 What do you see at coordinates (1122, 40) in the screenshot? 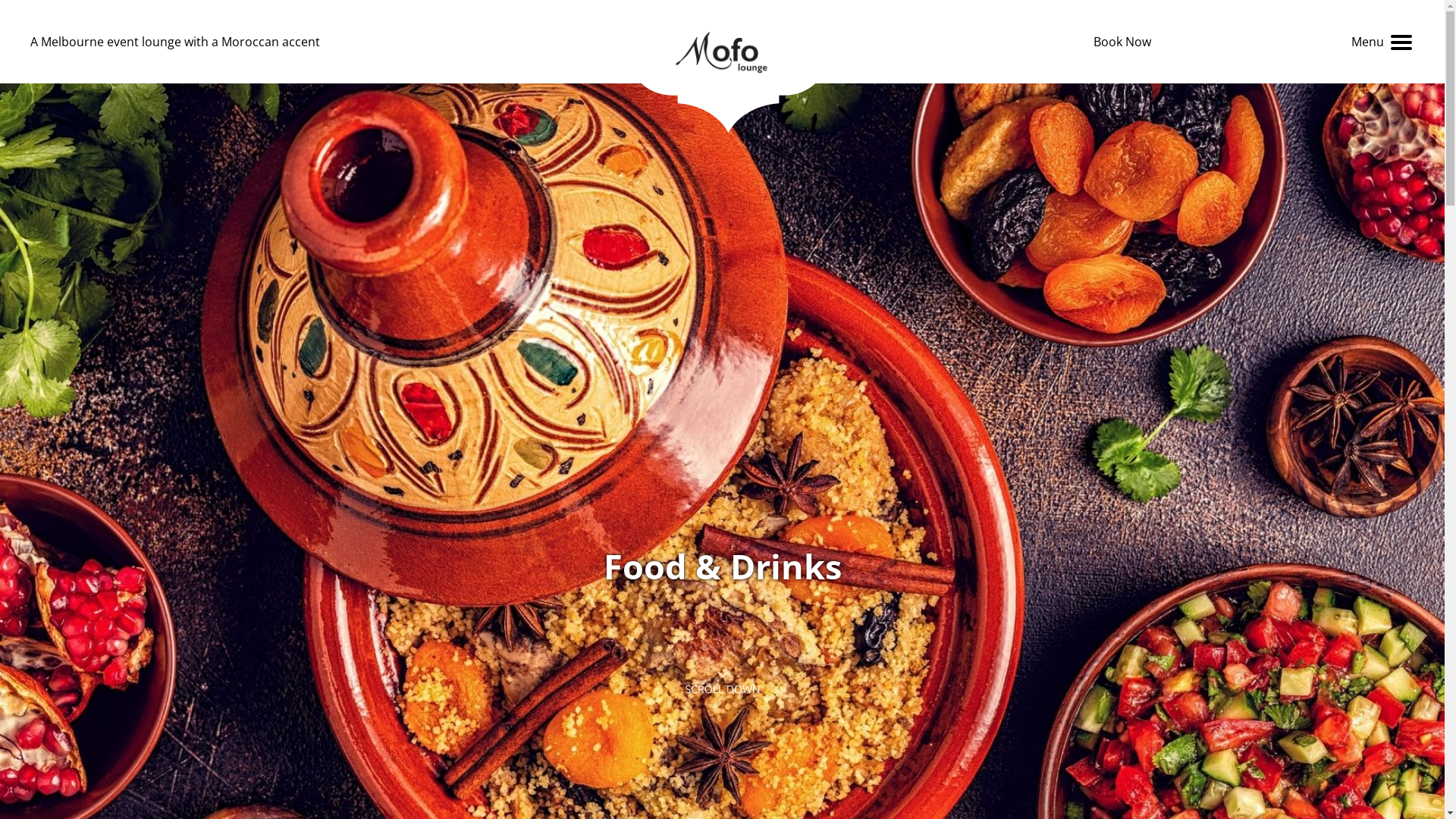
I see `'Book Now'` at bounding box center [1122, 40].